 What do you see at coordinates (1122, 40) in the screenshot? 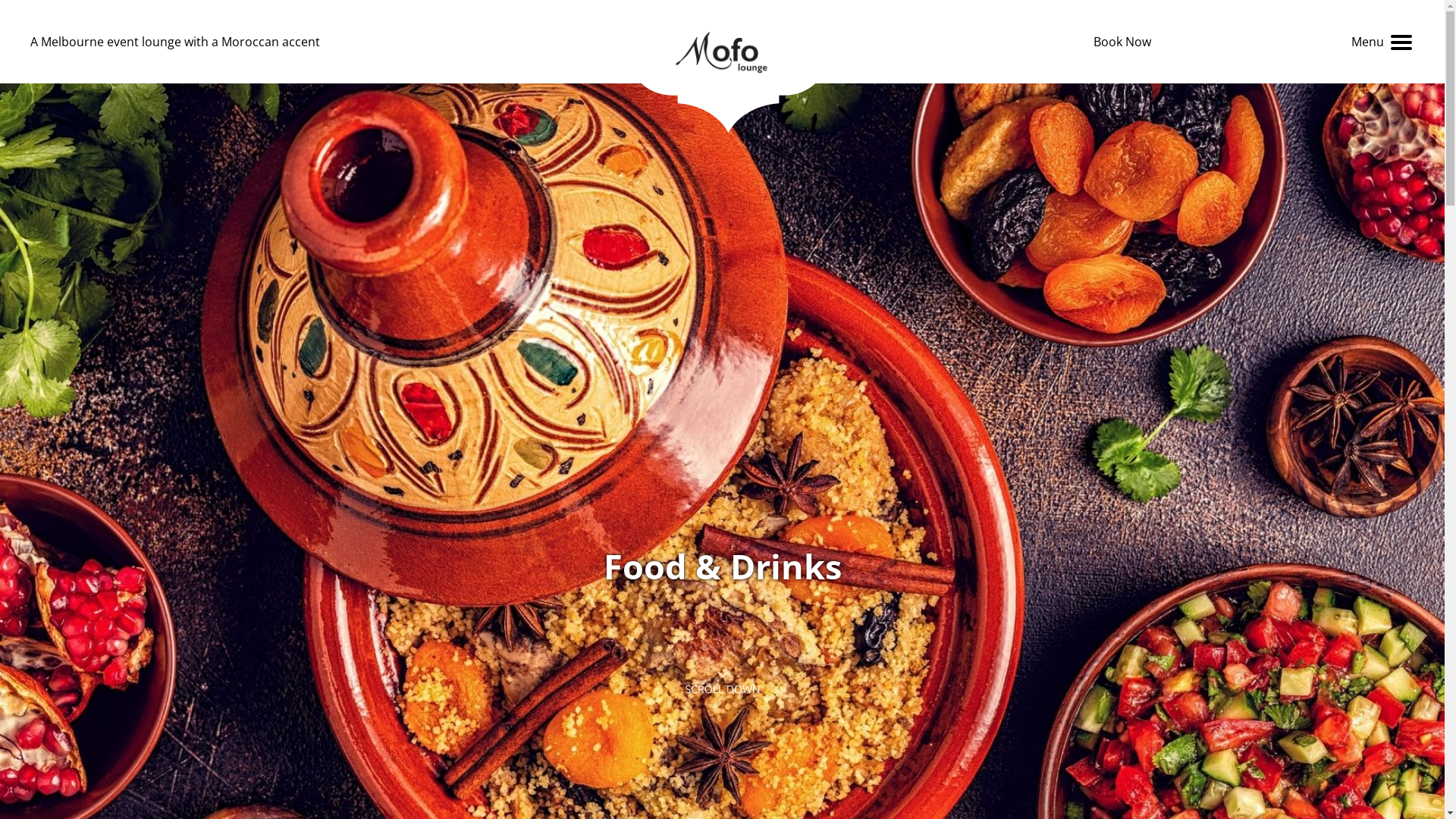
I see `'Book Now'` at bounding box center [1122, 40].